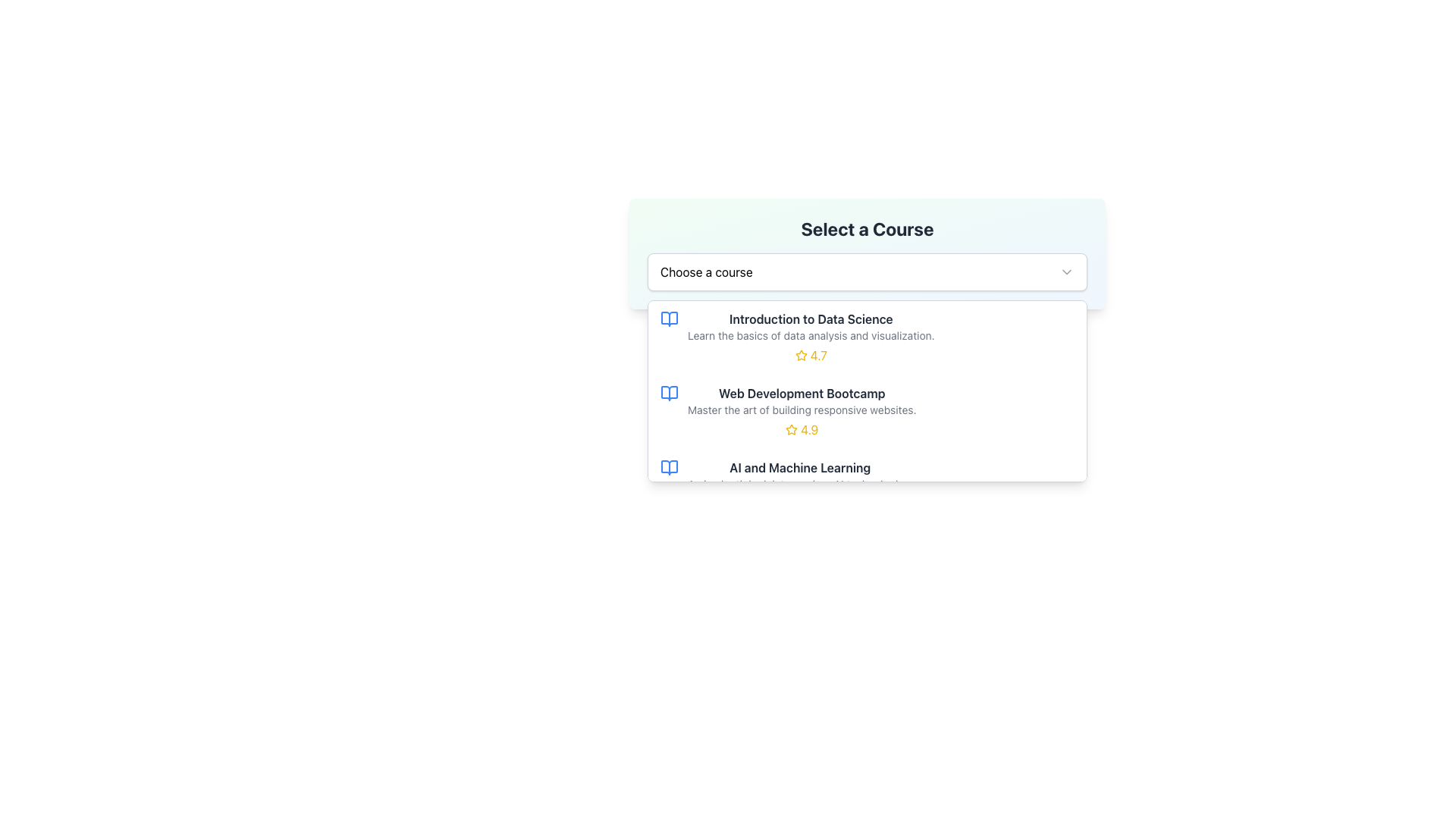 This screenshot has width=1456, height=819. Describe the element at coordinates (669, 467) in the screenshot. I see `the decorative icon associated with the course 'AI and Machine Learning' located in the dropdown menu titled 'Select a Course'` at that location.